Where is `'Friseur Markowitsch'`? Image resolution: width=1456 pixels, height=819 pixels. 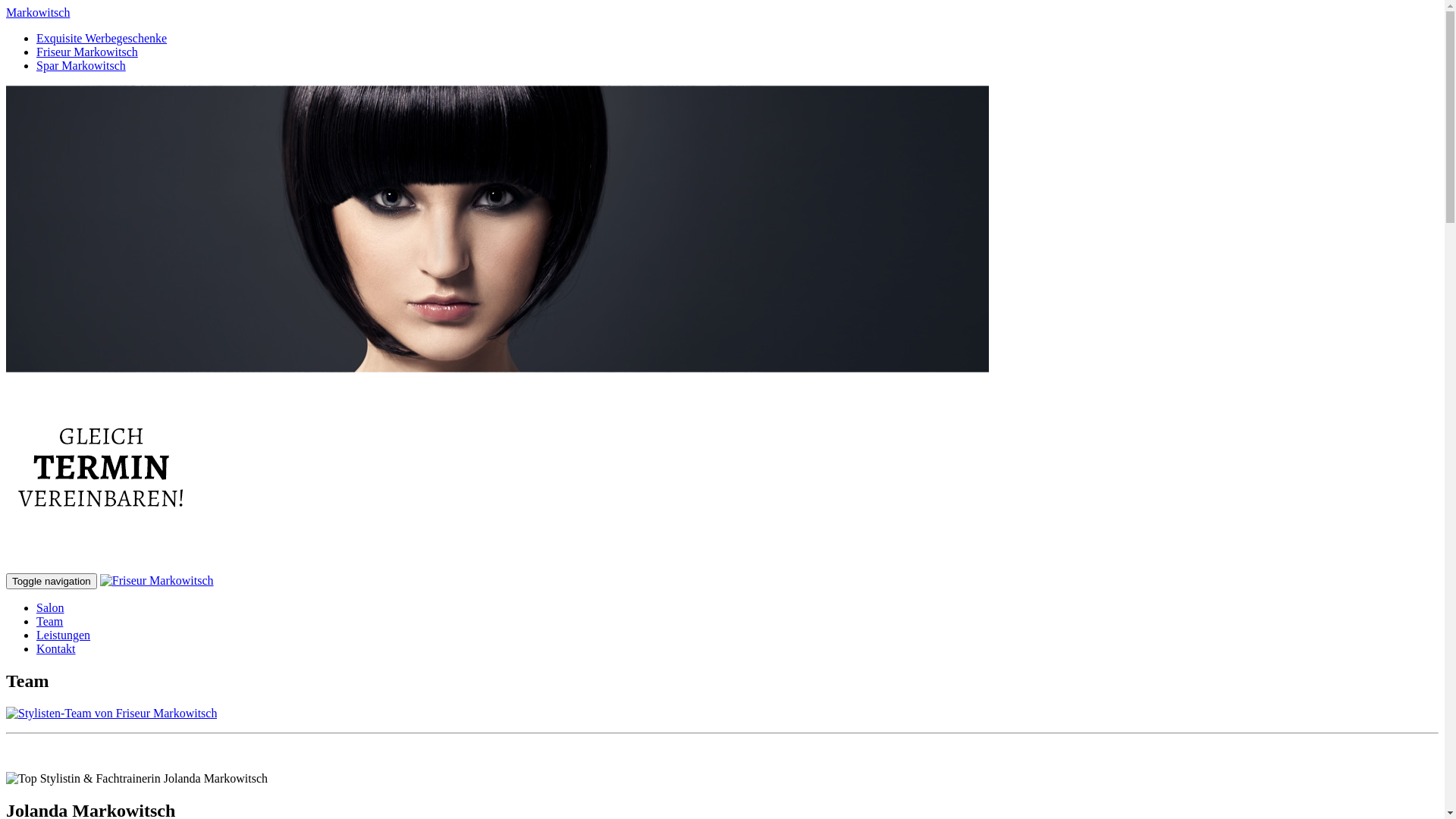 'Friseur Markowitsch' is located at coordinates (86, 51).